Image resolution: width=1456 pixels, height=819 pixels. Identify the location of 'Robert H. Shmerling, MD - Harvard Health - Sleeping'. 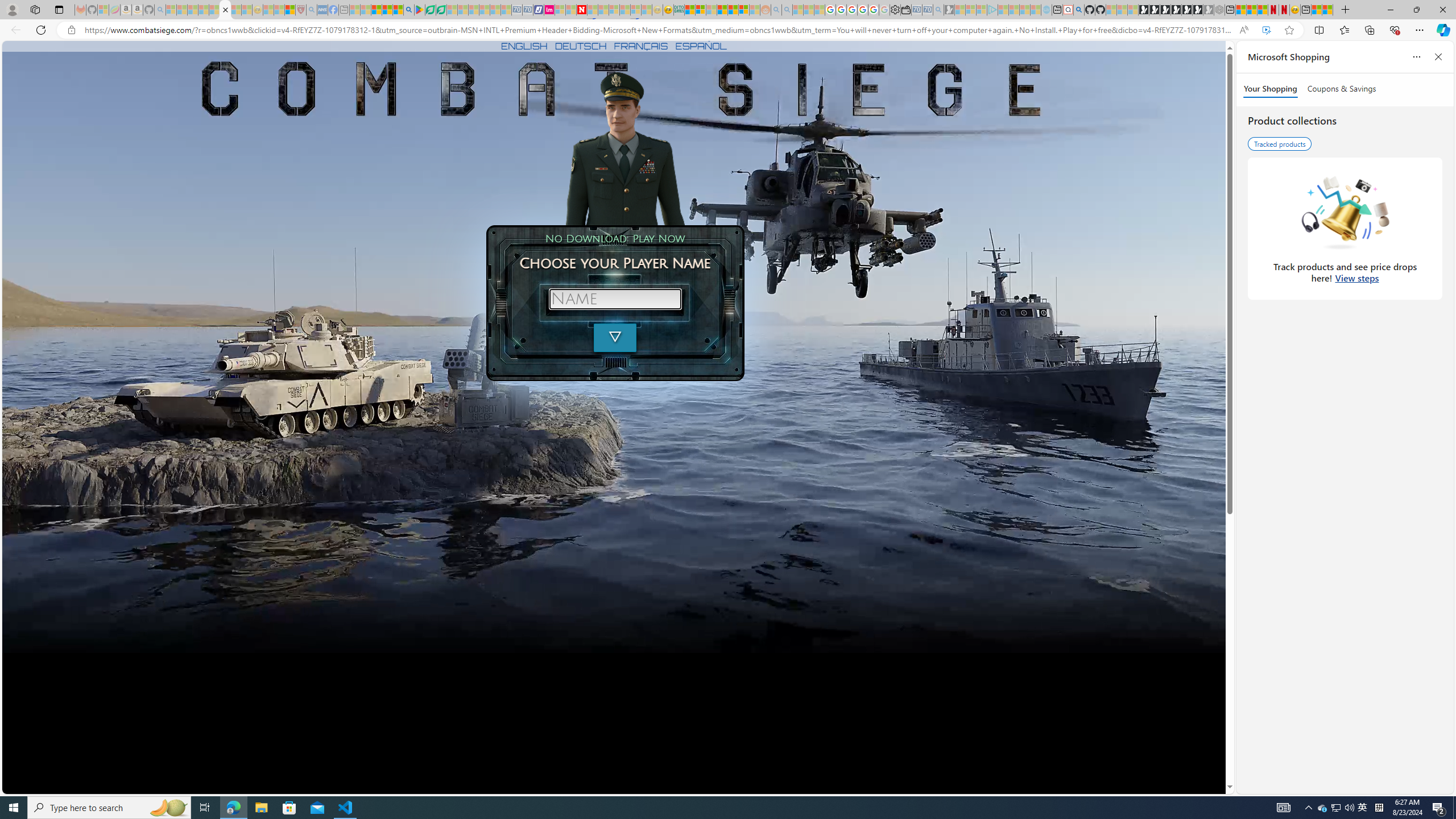
(301, 9).